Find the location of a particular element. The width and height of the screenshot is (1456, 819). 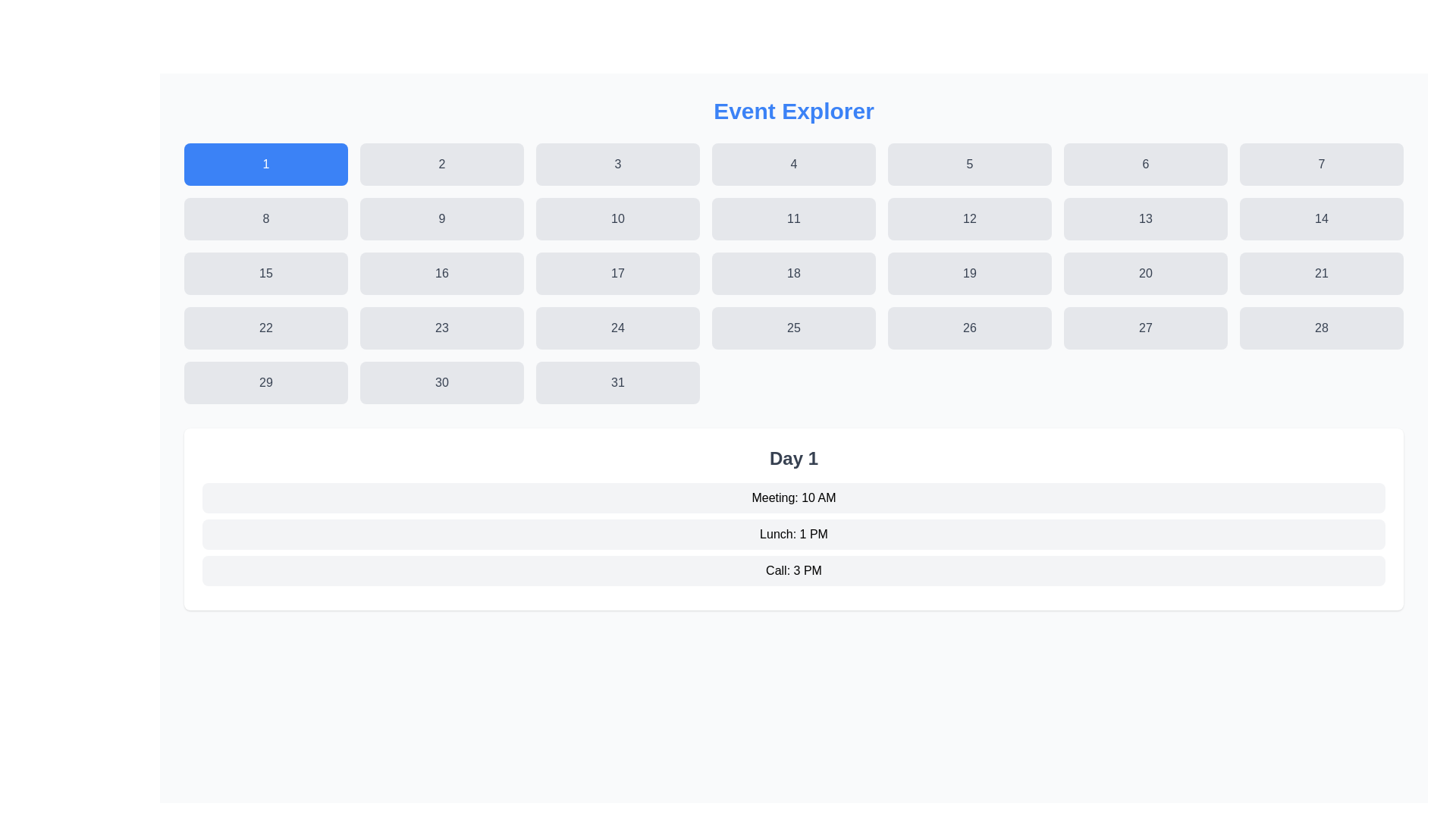

the button representing the 9th day of the month in the Event Explorer calendar grid to scale it visually is located at coordinates (441, 219).